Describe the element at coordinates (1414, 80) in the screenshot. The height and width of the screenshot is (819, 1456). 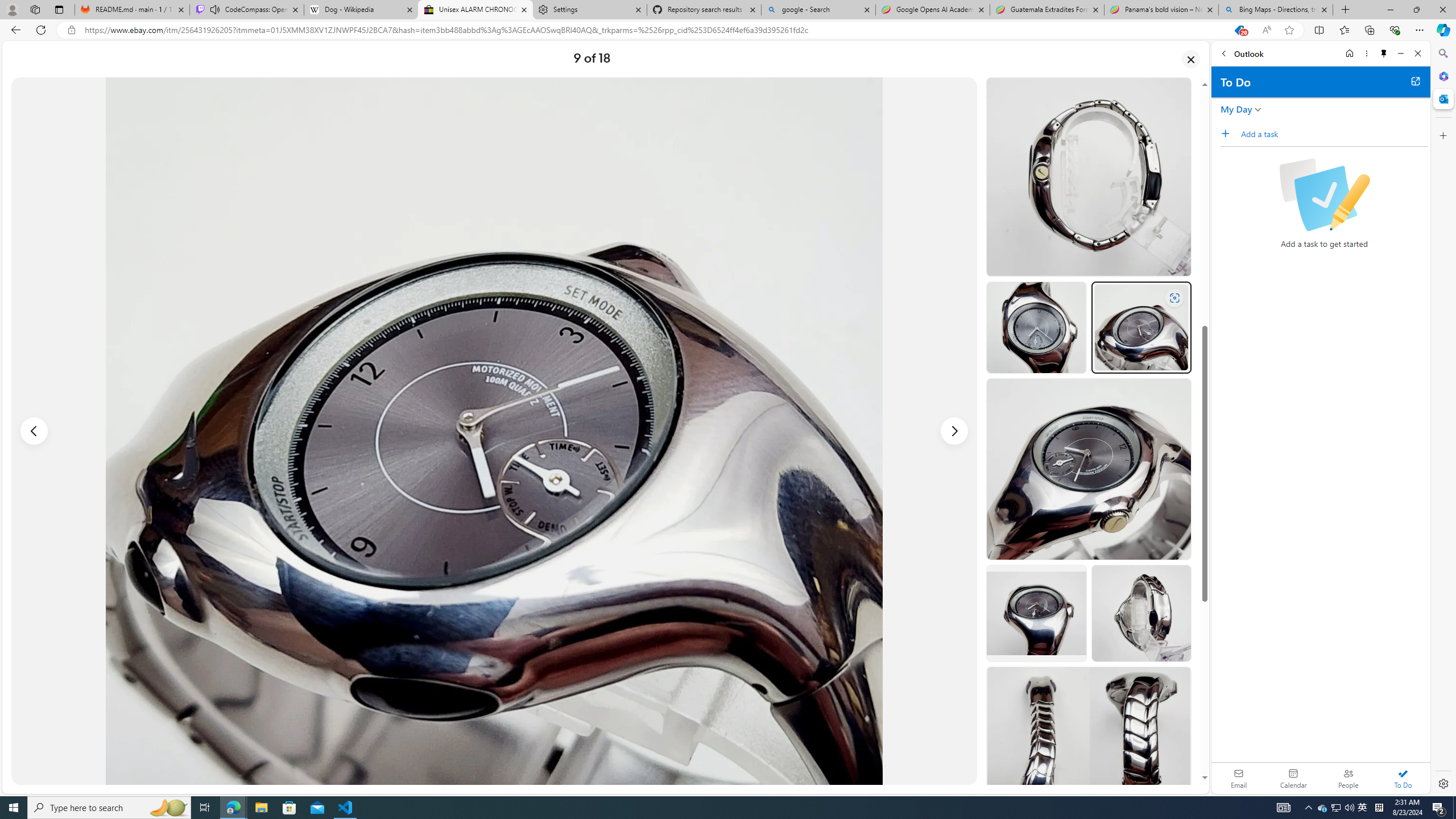
I see `'Open in new tab'` at that location.